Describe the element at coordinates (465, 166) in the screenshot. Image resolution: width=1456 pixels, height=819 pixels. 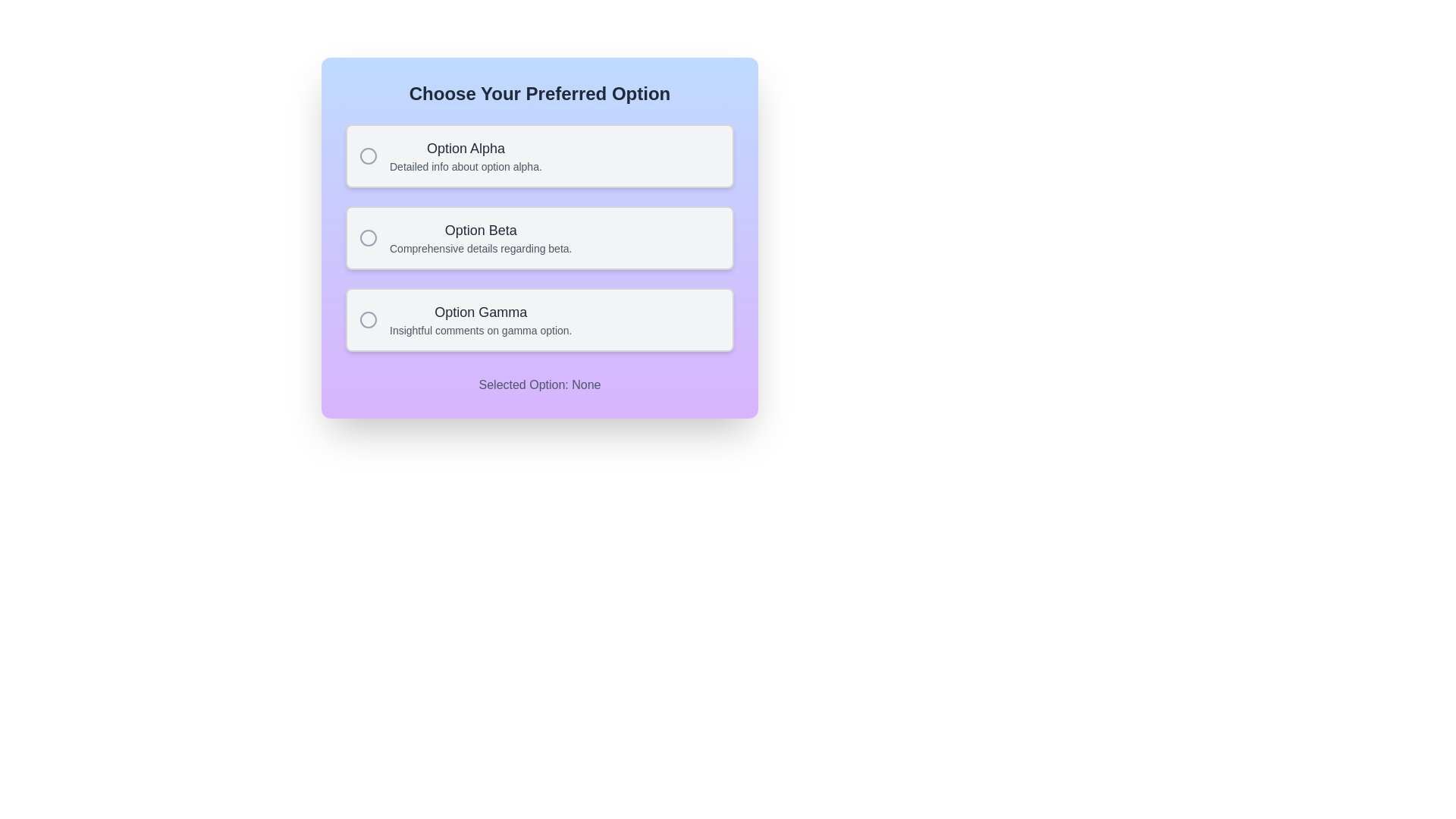
I see `the Text Label that provides additional information related to the 'Option Alpha' choice, located directly beneath the 'Option Alpha' text` at that location.